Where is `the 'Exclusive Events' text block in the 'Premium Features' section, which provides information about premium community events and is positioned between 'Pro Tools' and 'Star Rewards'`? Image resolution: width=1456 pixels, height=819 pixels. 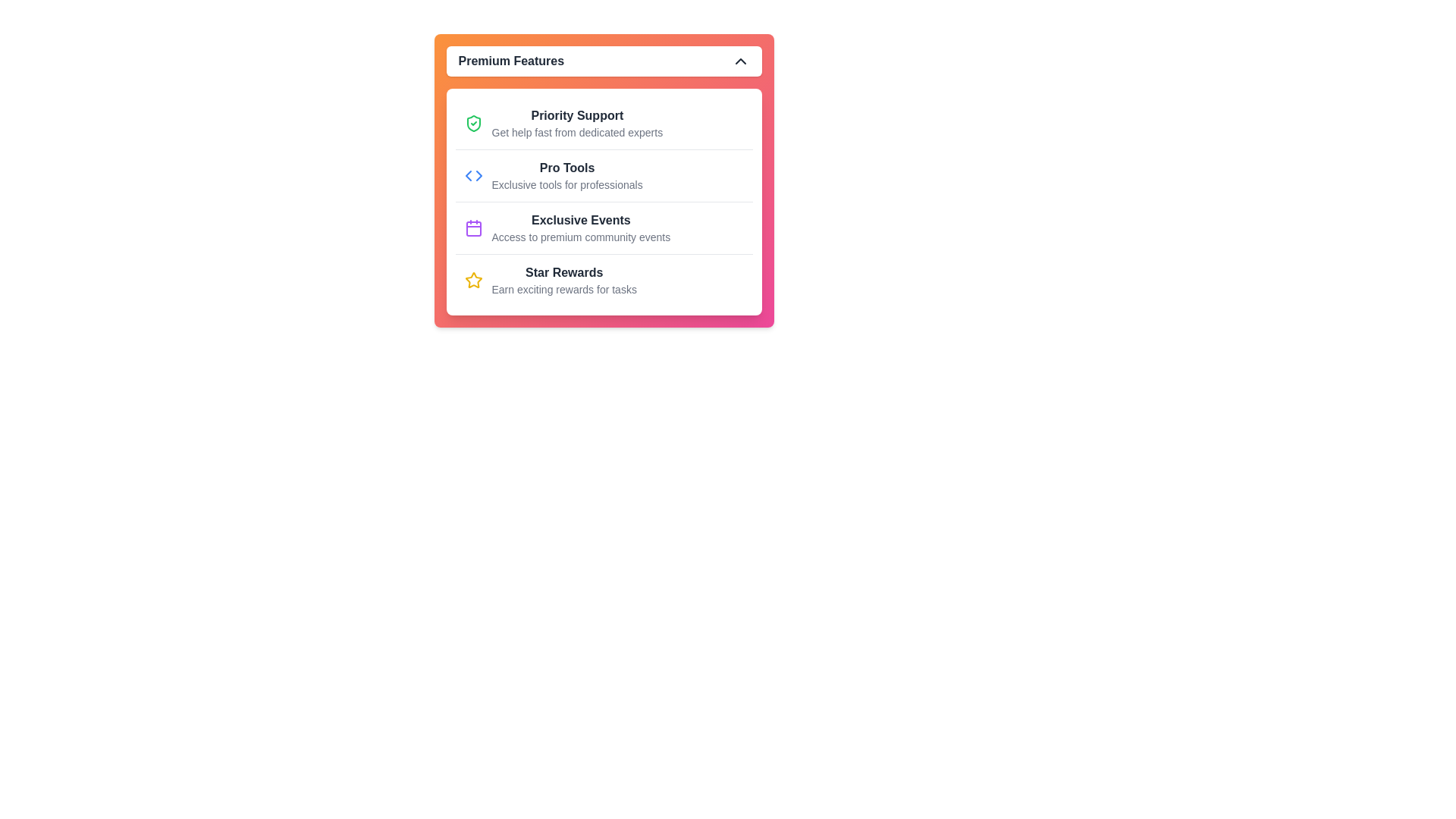
the 'Exclusive Events' text block in the 'Premium Features' section, which provides information about premium community events and is positioned between 'Pro Tools' and 'Star Rewards' is located at coordinates (580, 227).